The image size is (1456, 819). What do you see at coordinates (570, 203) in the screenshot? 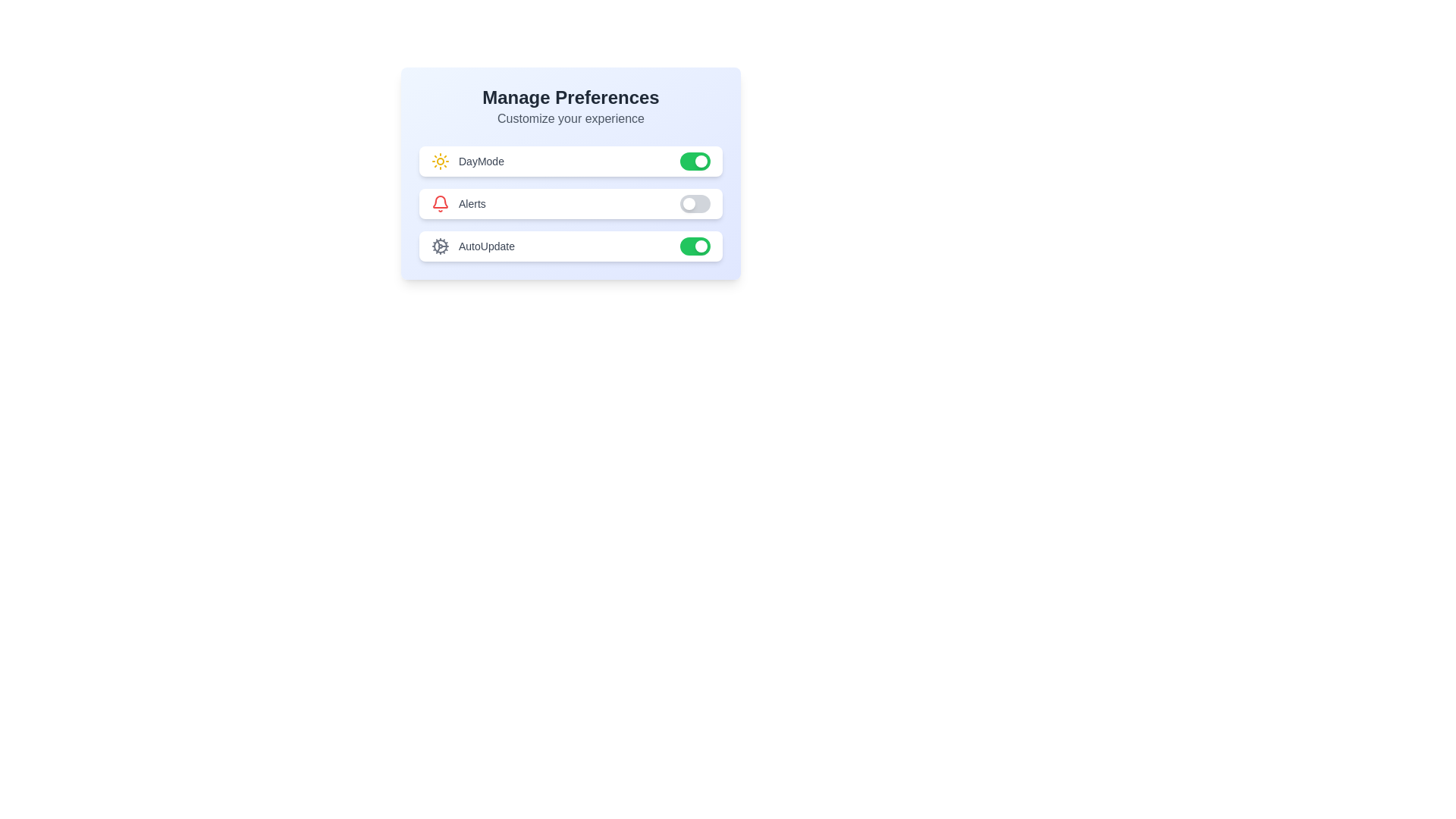
I see `the 'alerts' toggle switch, which is the second item` at bounding box center [570, 203].